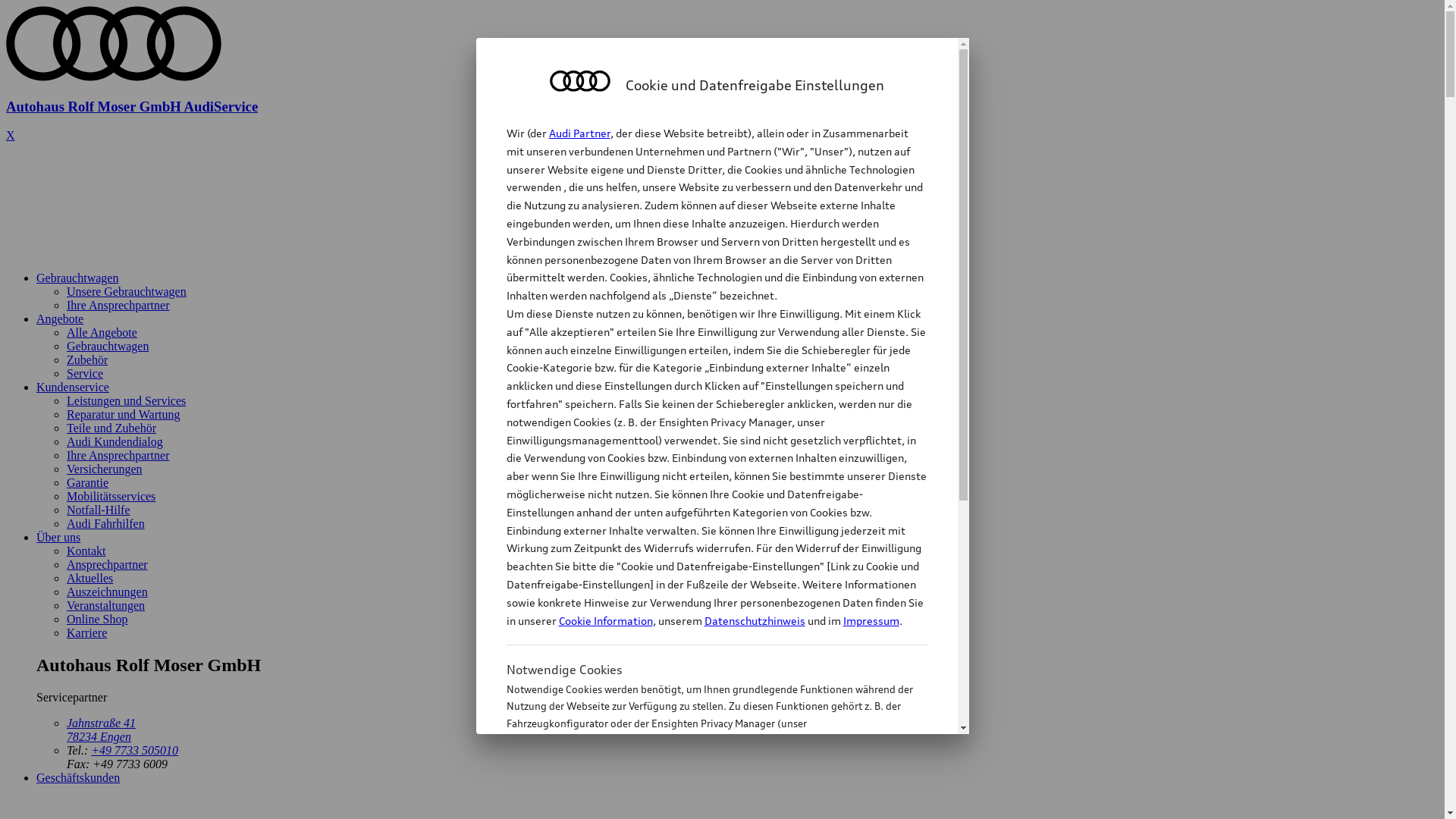 The width and height of the screenshot is (1456, 819). What do you see at coordinates (96, 619) in the screenshot?
I see `'Online Shop'` at bounding box center [96, 619].